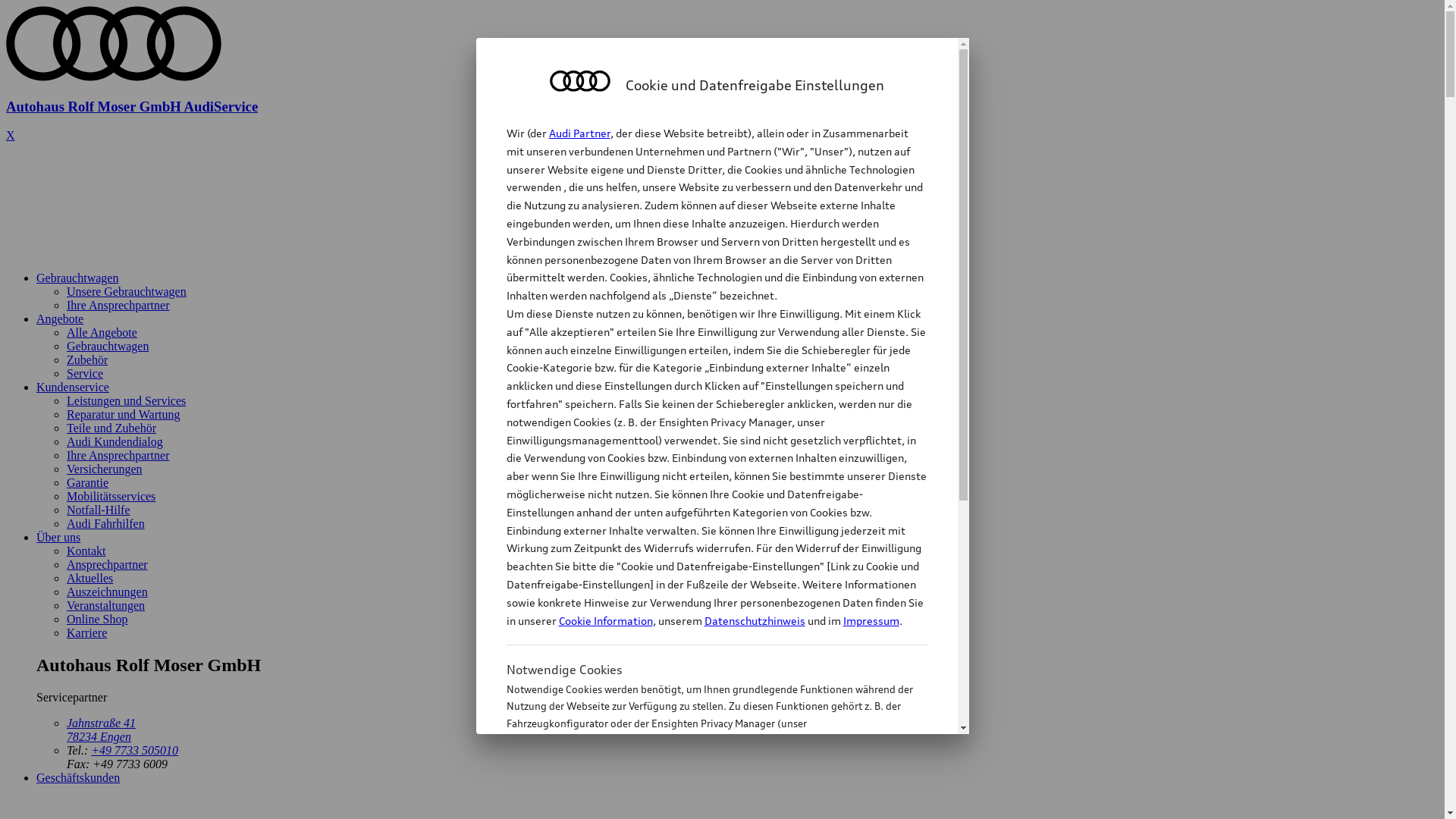 The width and height of the screenshot is (1456, 819). What do you see at coordinates (96, 619) in the screenshot?
I see `'Online Shop'` at bounding box center [96, 619].